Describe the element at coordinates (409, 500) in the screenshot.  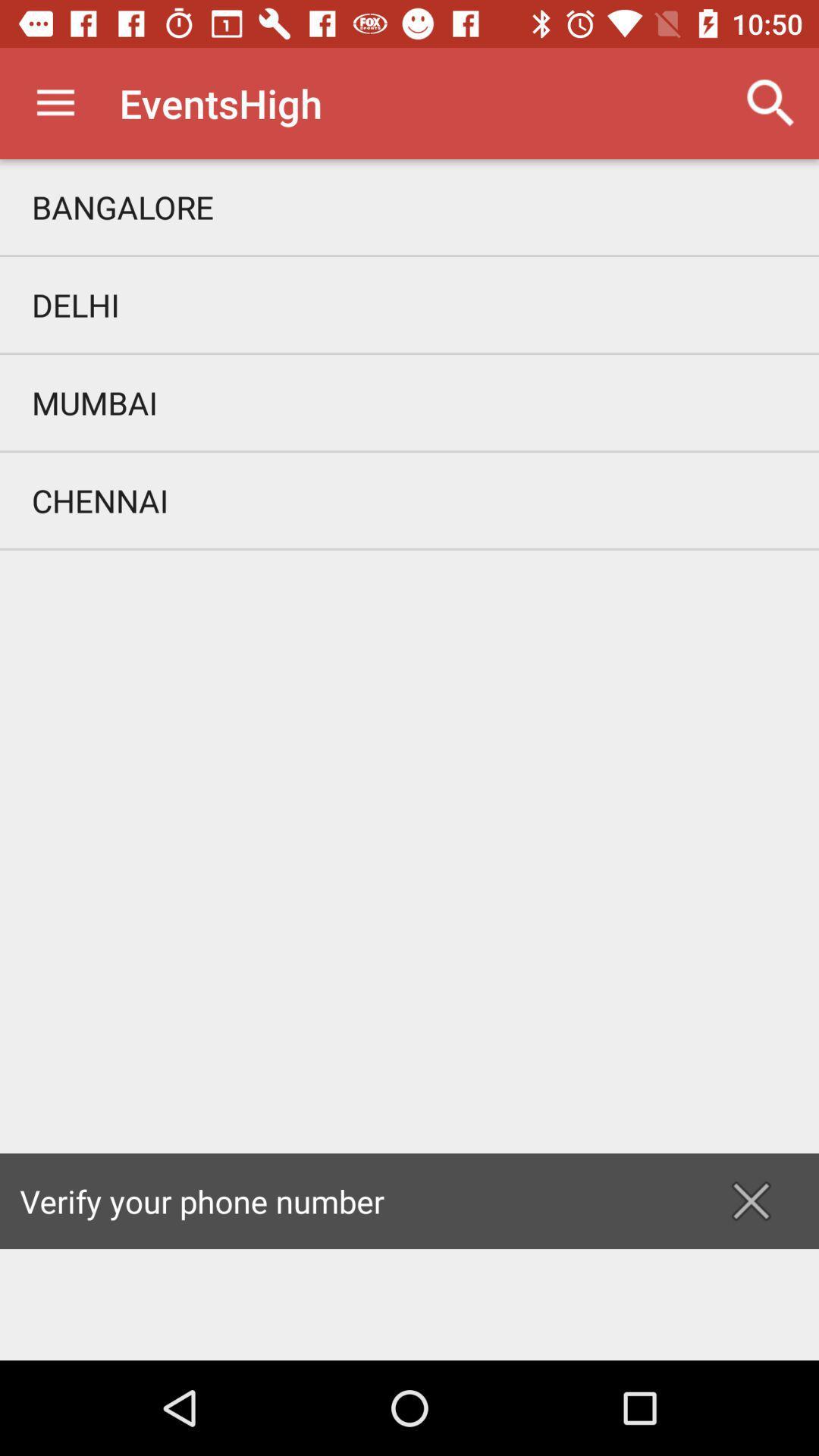
I see `chennai icon` at that location.